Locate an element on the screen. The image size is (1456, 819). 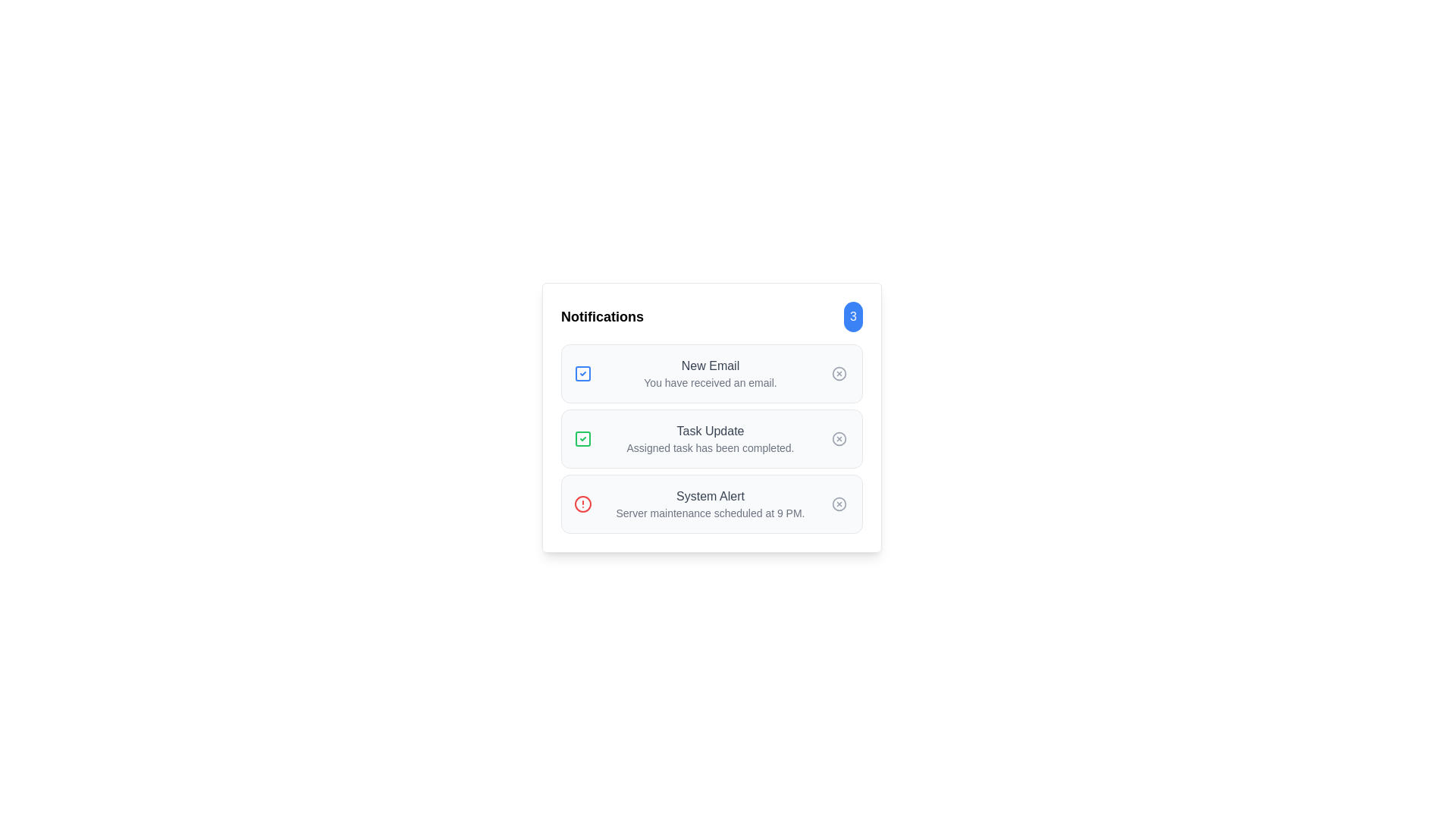
the dismiss button located at the far-right side of the 'System Alert' notification panel is located at coordinates (839, 504).